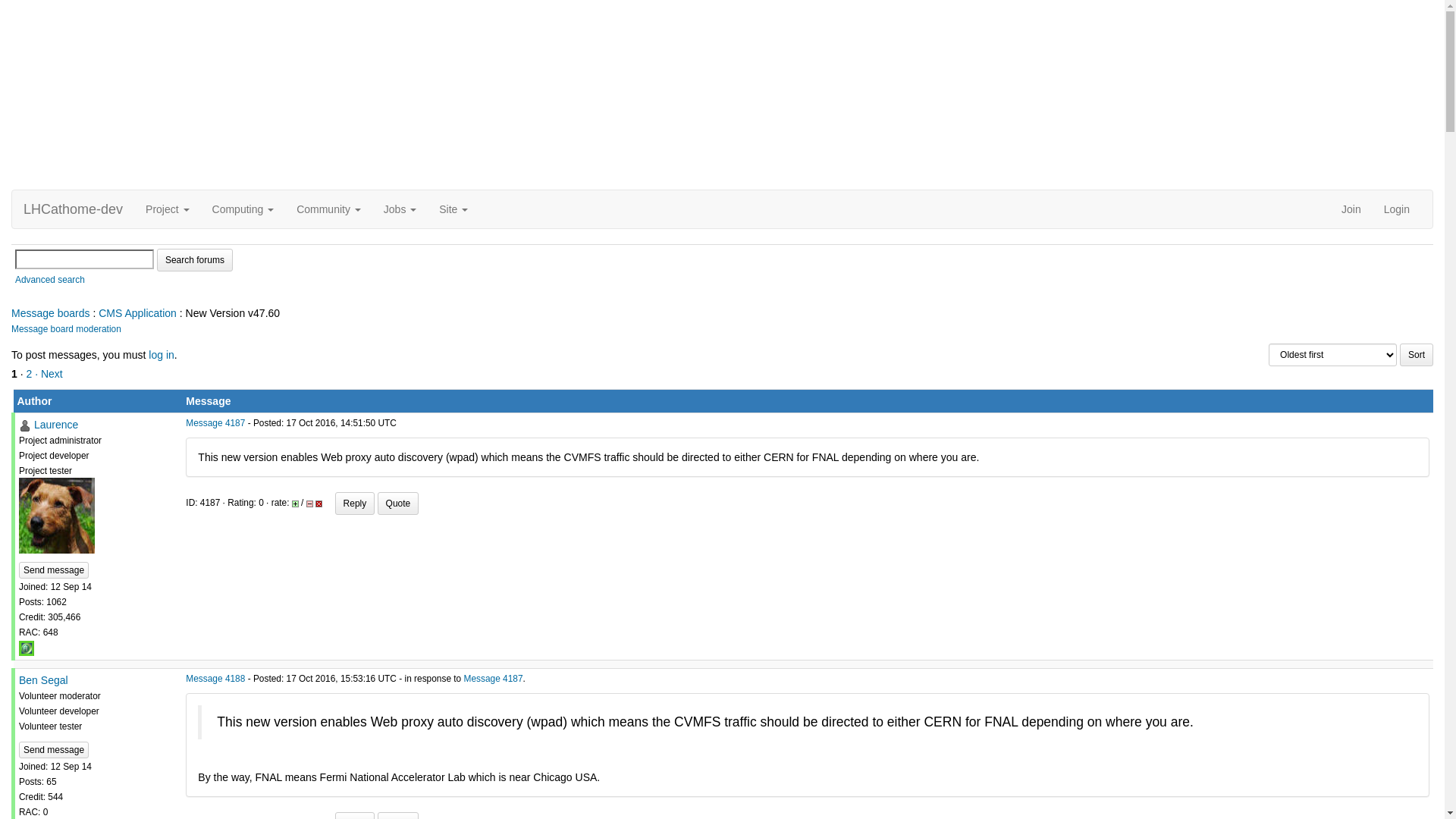 Image resolution: width=1456 pixels, height=819 pixels. Describe the element at coordinates (43, 679) in the screenshot. I see `'Ben Segal'` at that location.